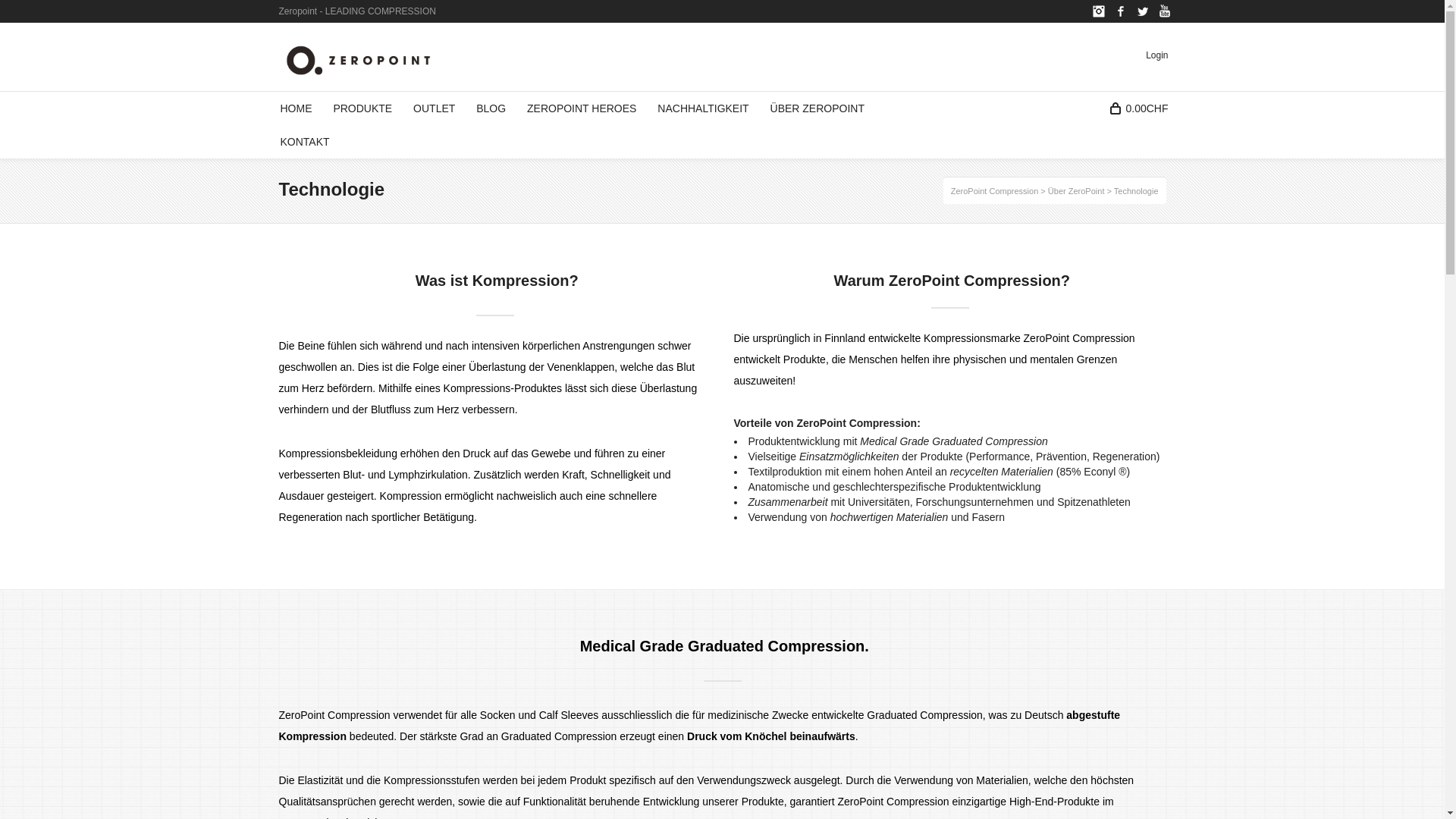  What do you see at coordinates (994, 190) in the screenshot?
I see `'ZeroPoint Compression'` at bounding box center [994, 190].